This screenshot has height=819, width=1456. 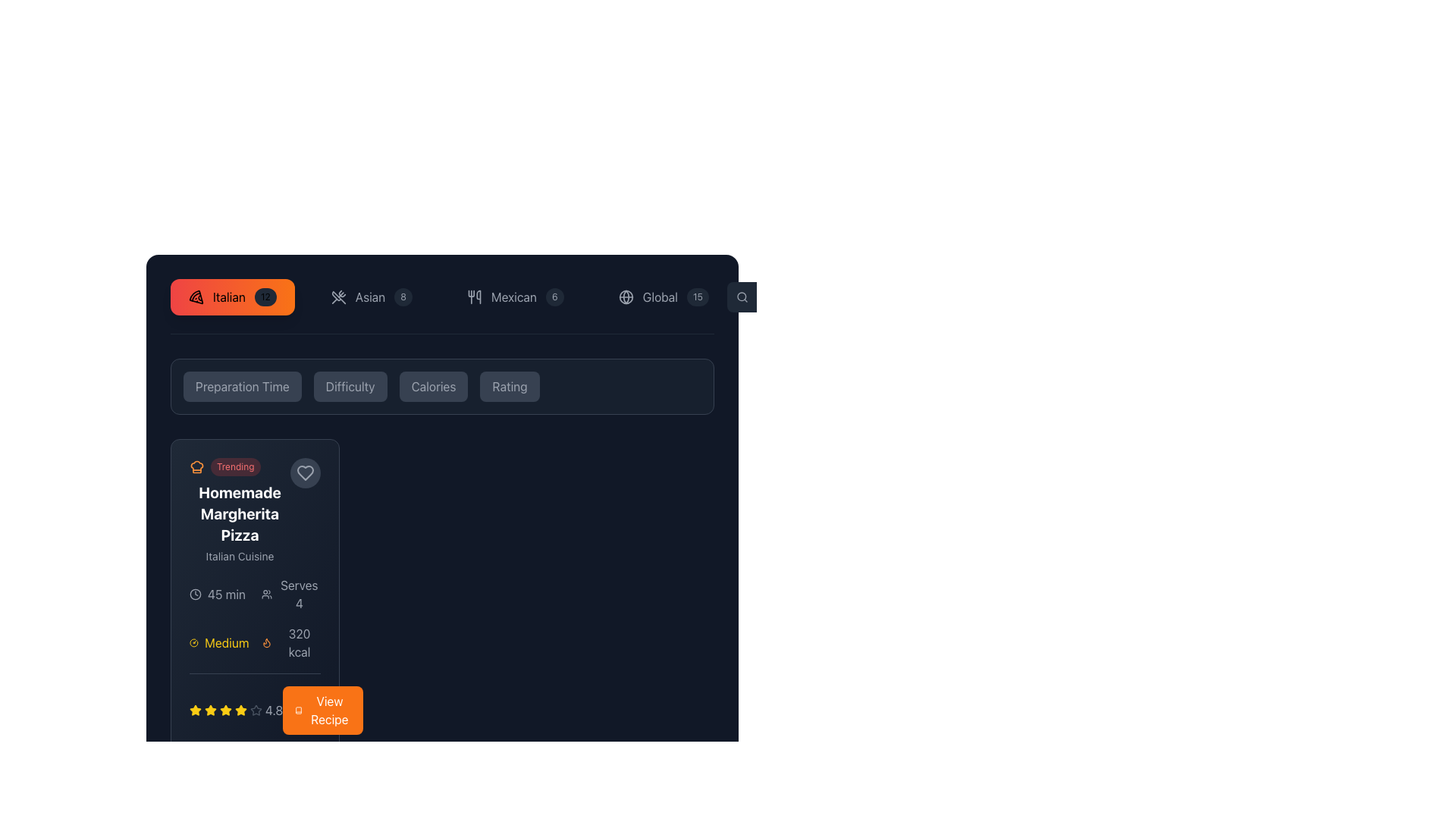 I want to click on the second star icon in the rating system, which is a yellow star with a black outline, so click(x=240, y=710).